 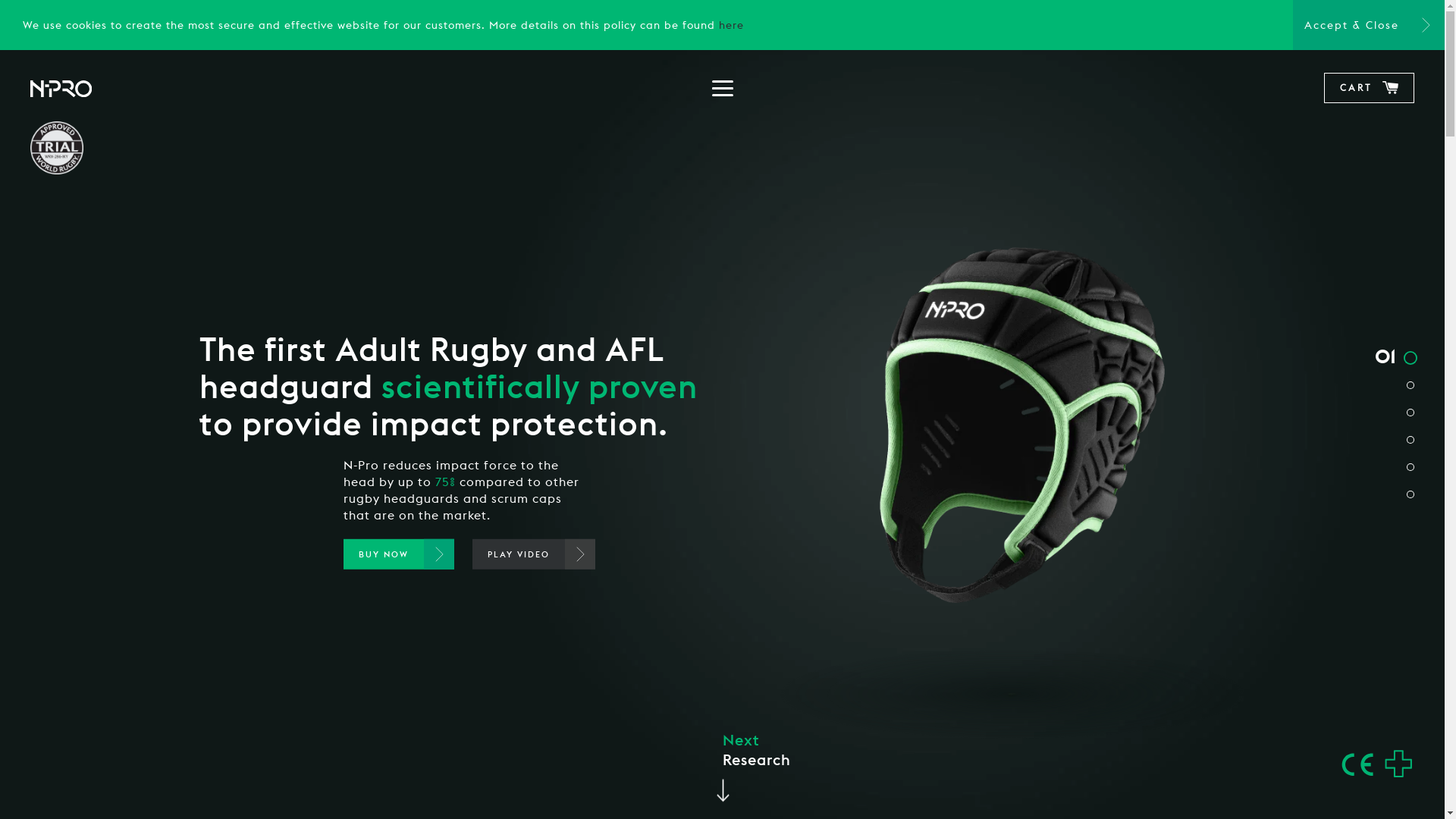 What do you see at coordinates (756, 763) in the screenshot?
I see `'Next` at bounding box center [756, 763].